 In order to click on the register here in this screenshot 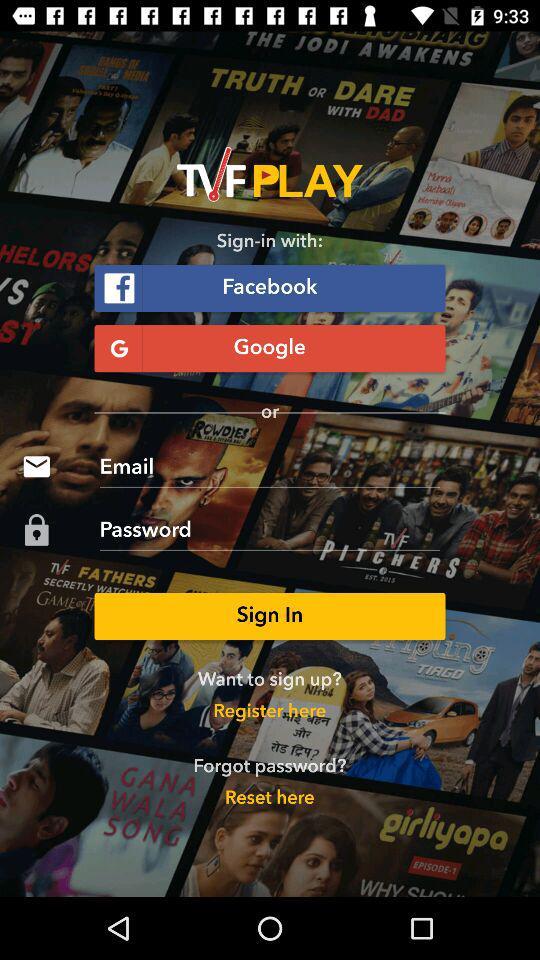, I will do `click(269, 712)`.